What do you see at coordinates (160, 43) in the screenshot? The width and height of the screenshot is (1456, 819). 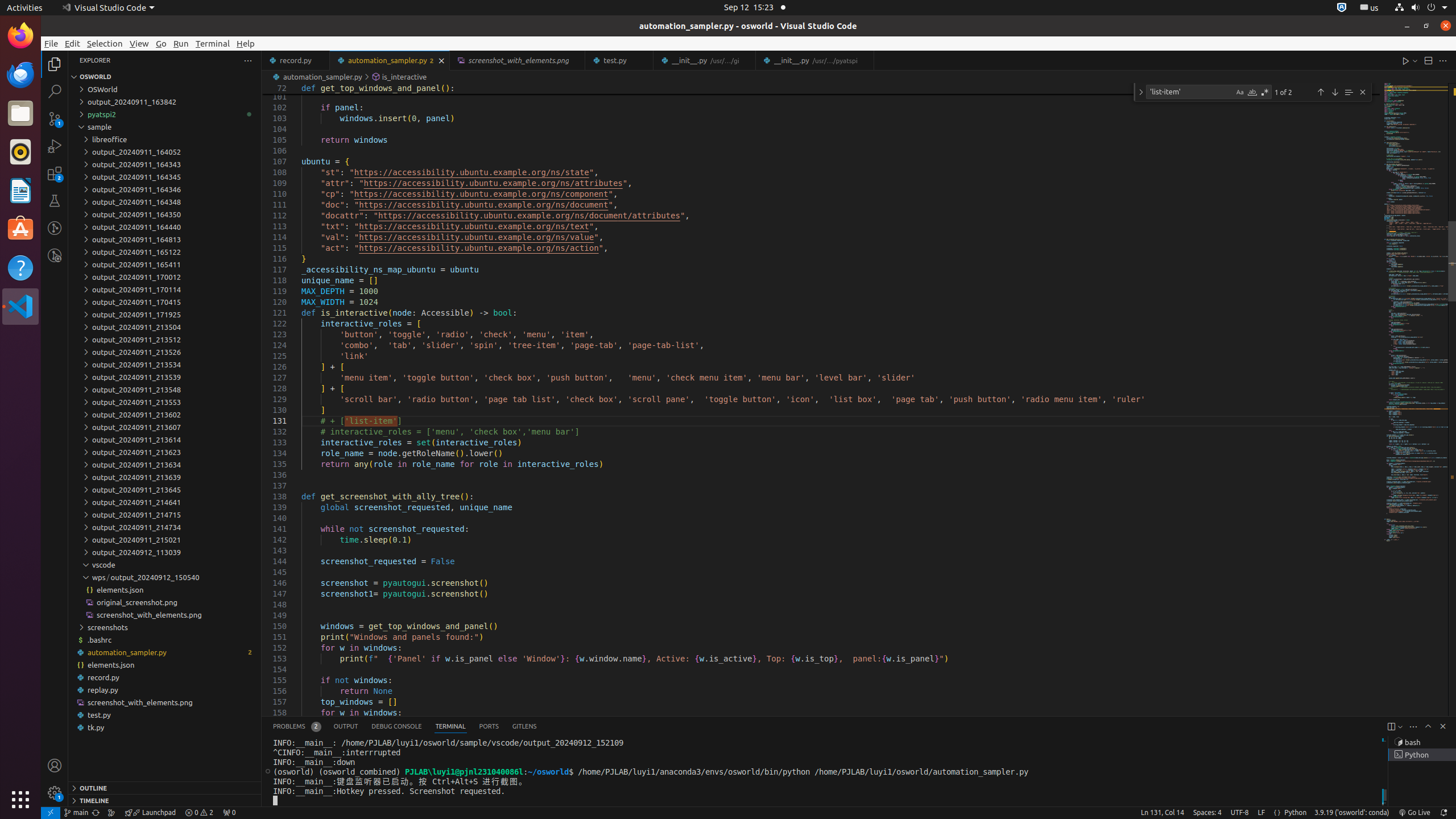 I see `'Go'` at bounding box center [160, 43].